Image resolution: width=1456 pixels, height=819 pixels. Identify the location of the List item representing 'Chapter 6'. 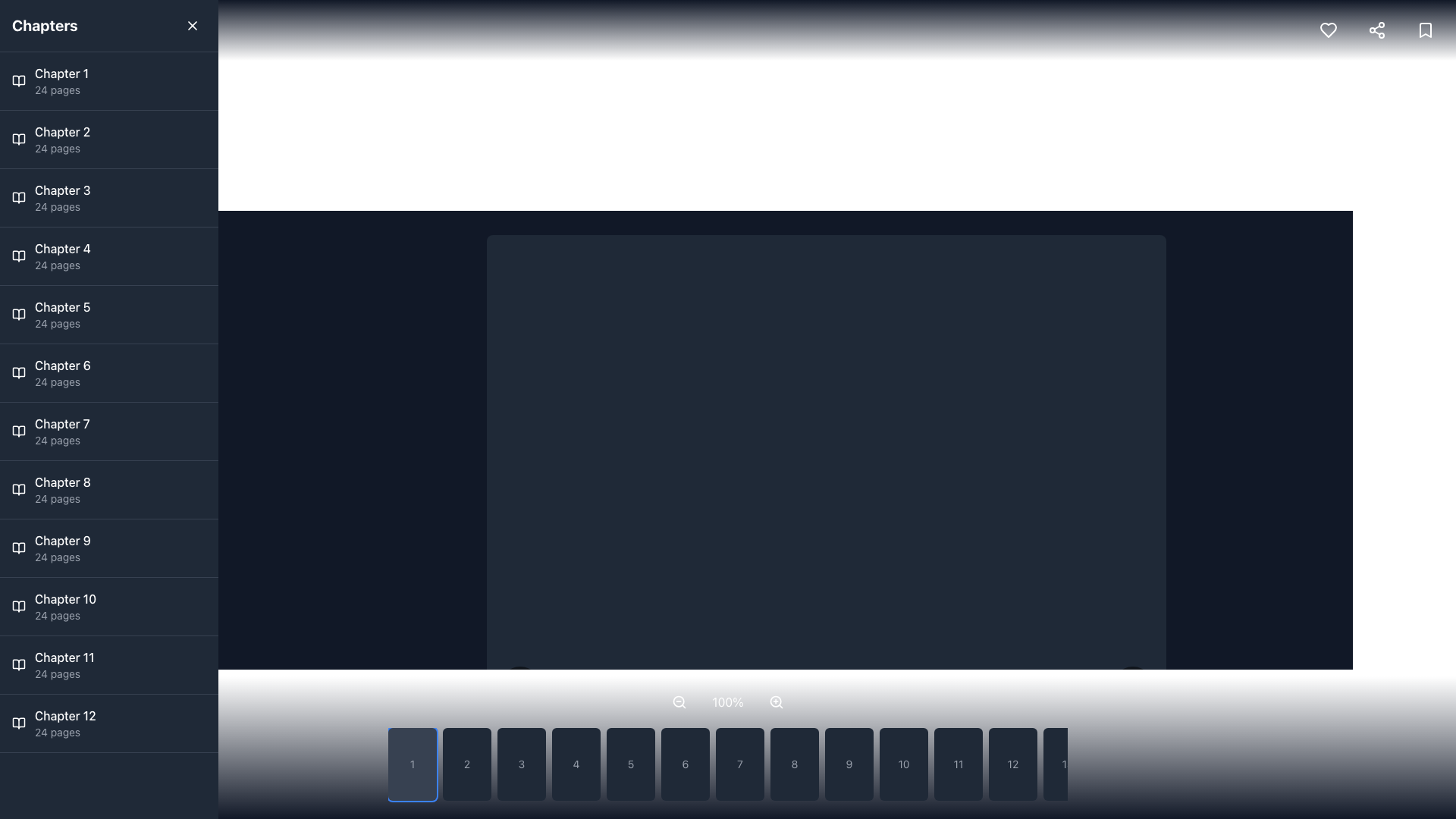
(61, 373).